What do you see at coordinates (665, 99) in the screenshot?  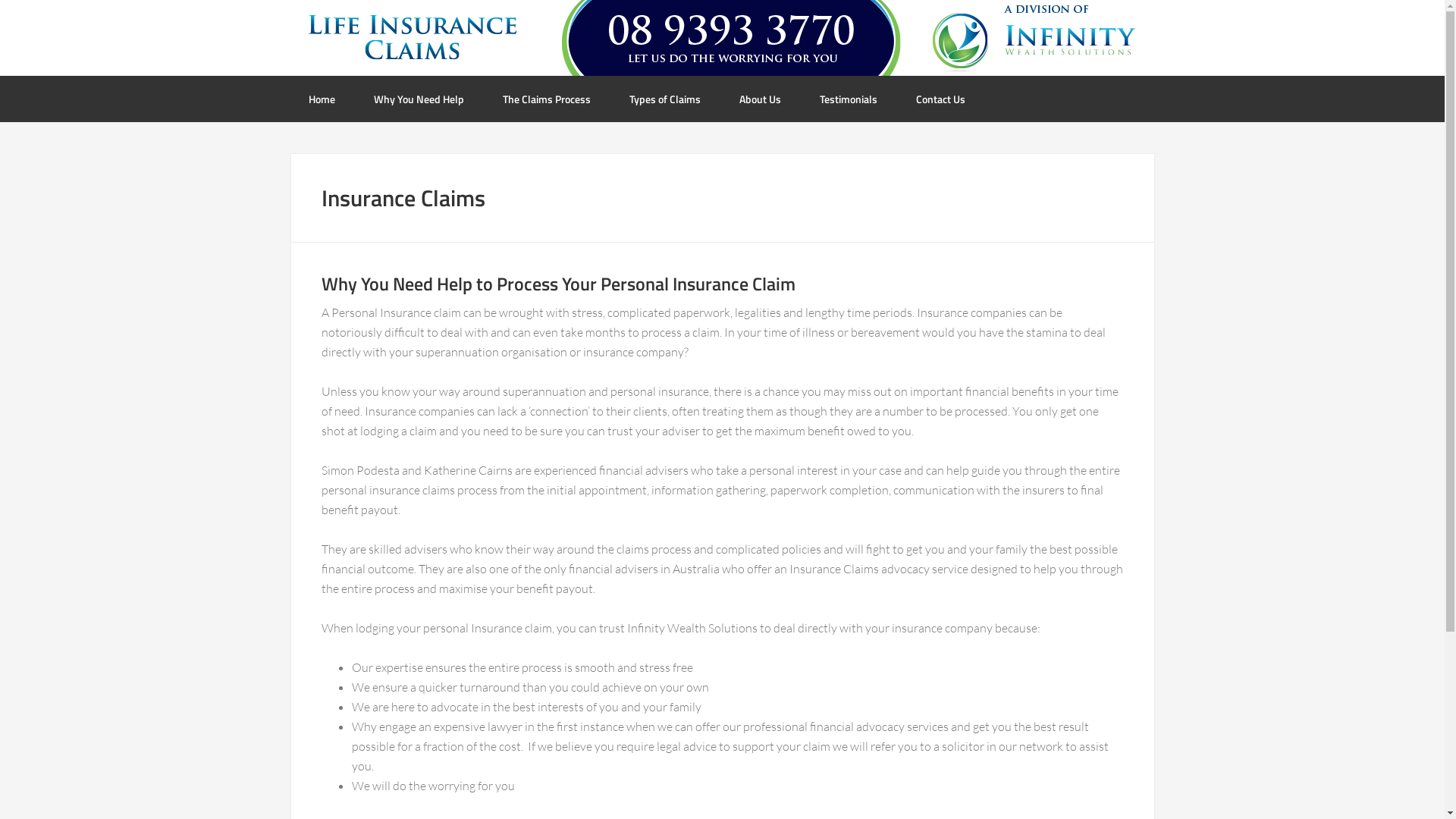 I see `'Types of Claims'` at bounding box center [665, 99].